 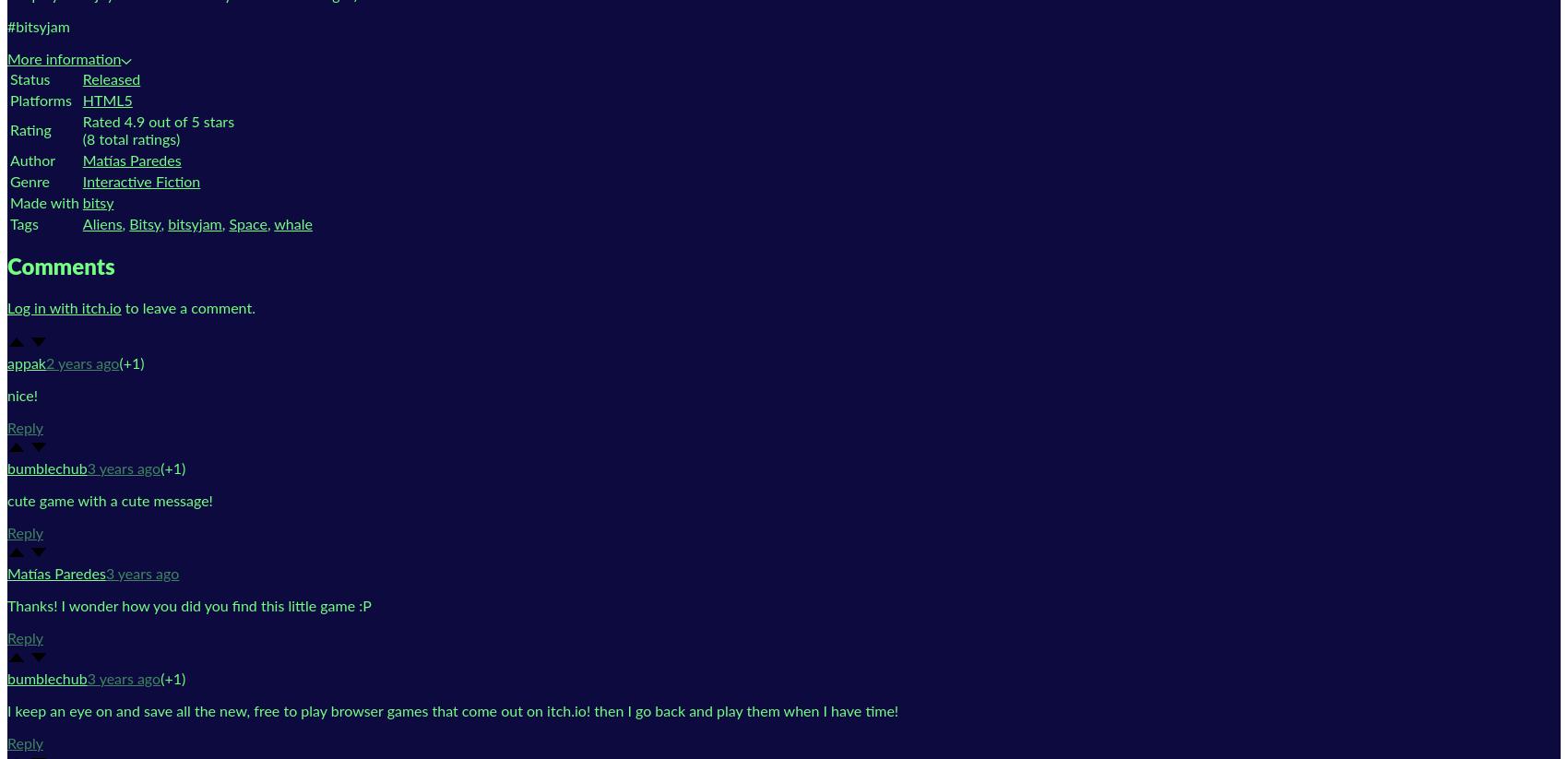 What do you see at coordinates (82, 99) in the screenshot?
I see `'HTML5'` at bounding box center [82, 99].